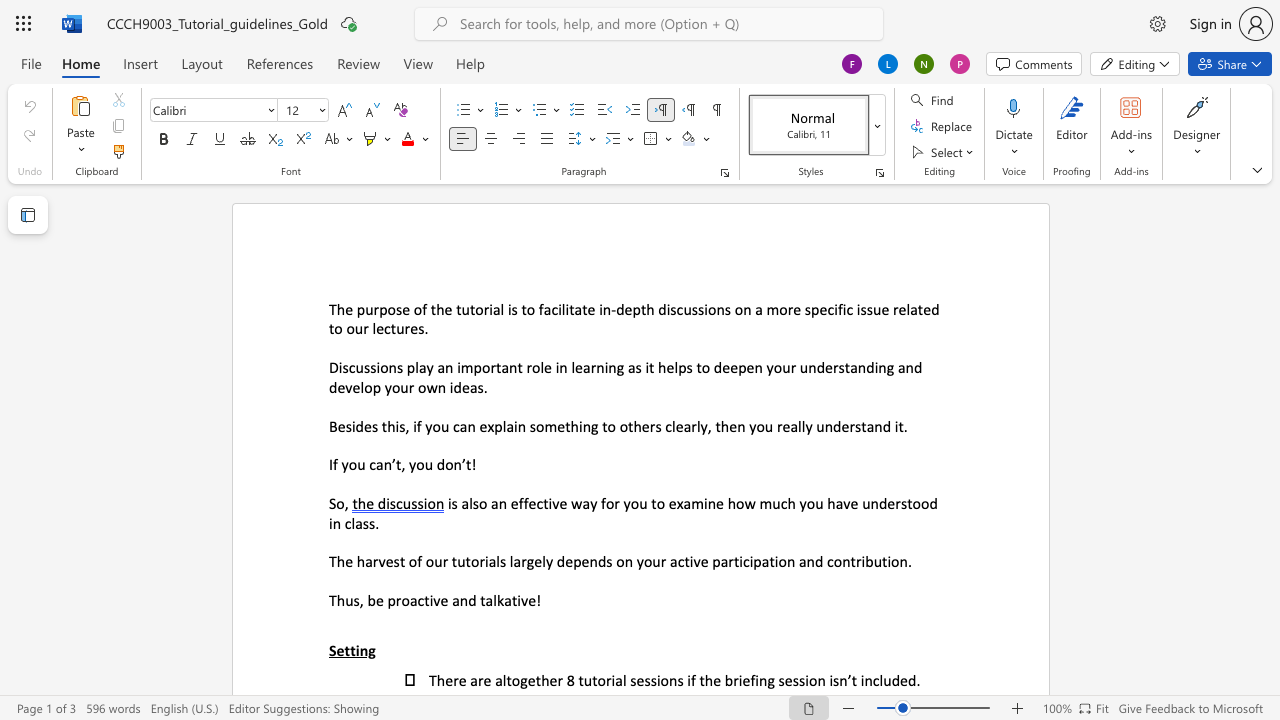 This screenshot has width=1280, height=720. I want to click on the space between the continuous character "i" and "o" in the text, so click(381, 367).